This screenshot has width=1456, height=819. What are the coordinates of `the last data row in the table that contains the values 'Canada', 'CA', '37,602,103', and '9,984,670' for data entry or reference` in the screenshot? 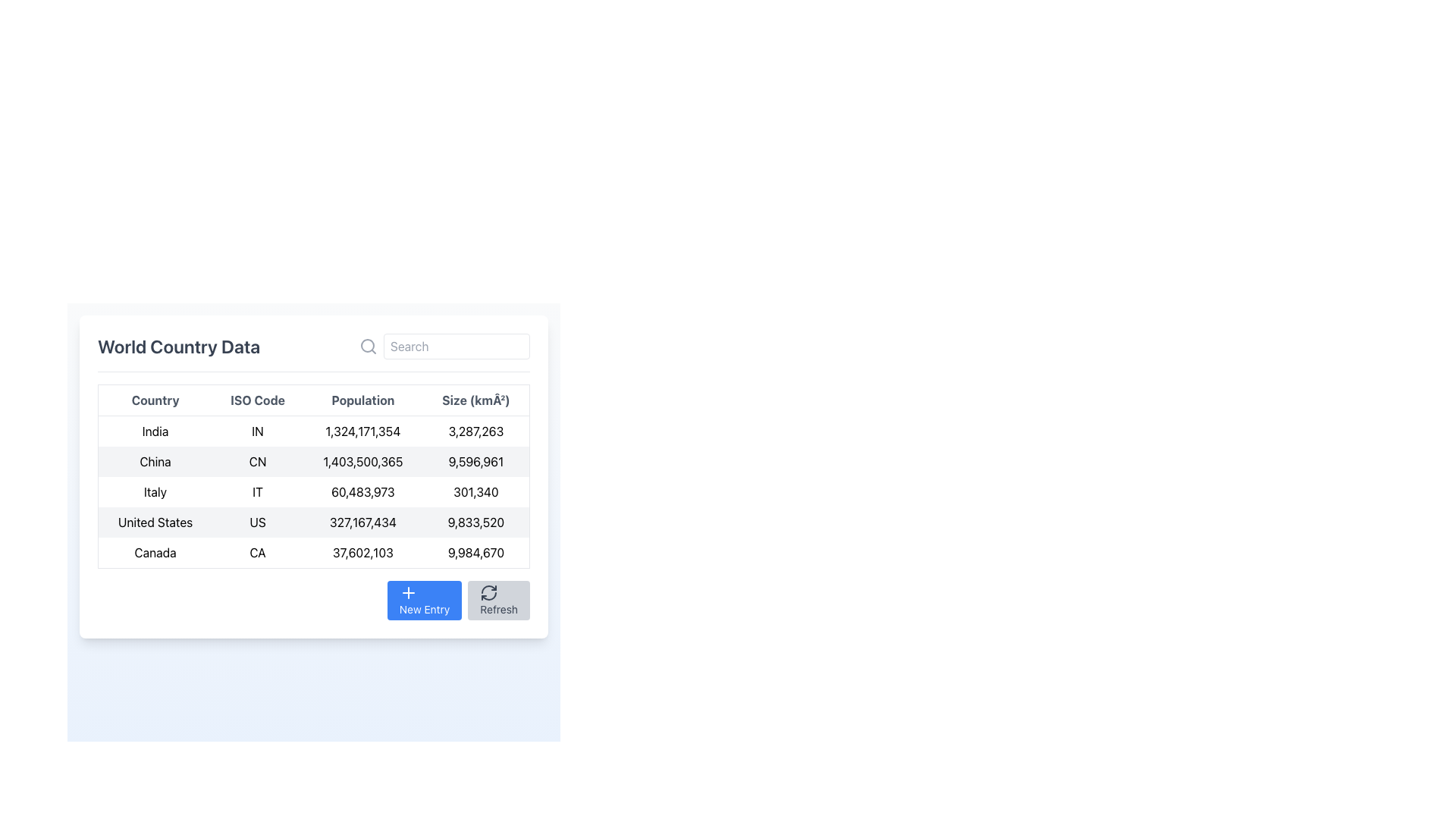 It's located at (312, 553).